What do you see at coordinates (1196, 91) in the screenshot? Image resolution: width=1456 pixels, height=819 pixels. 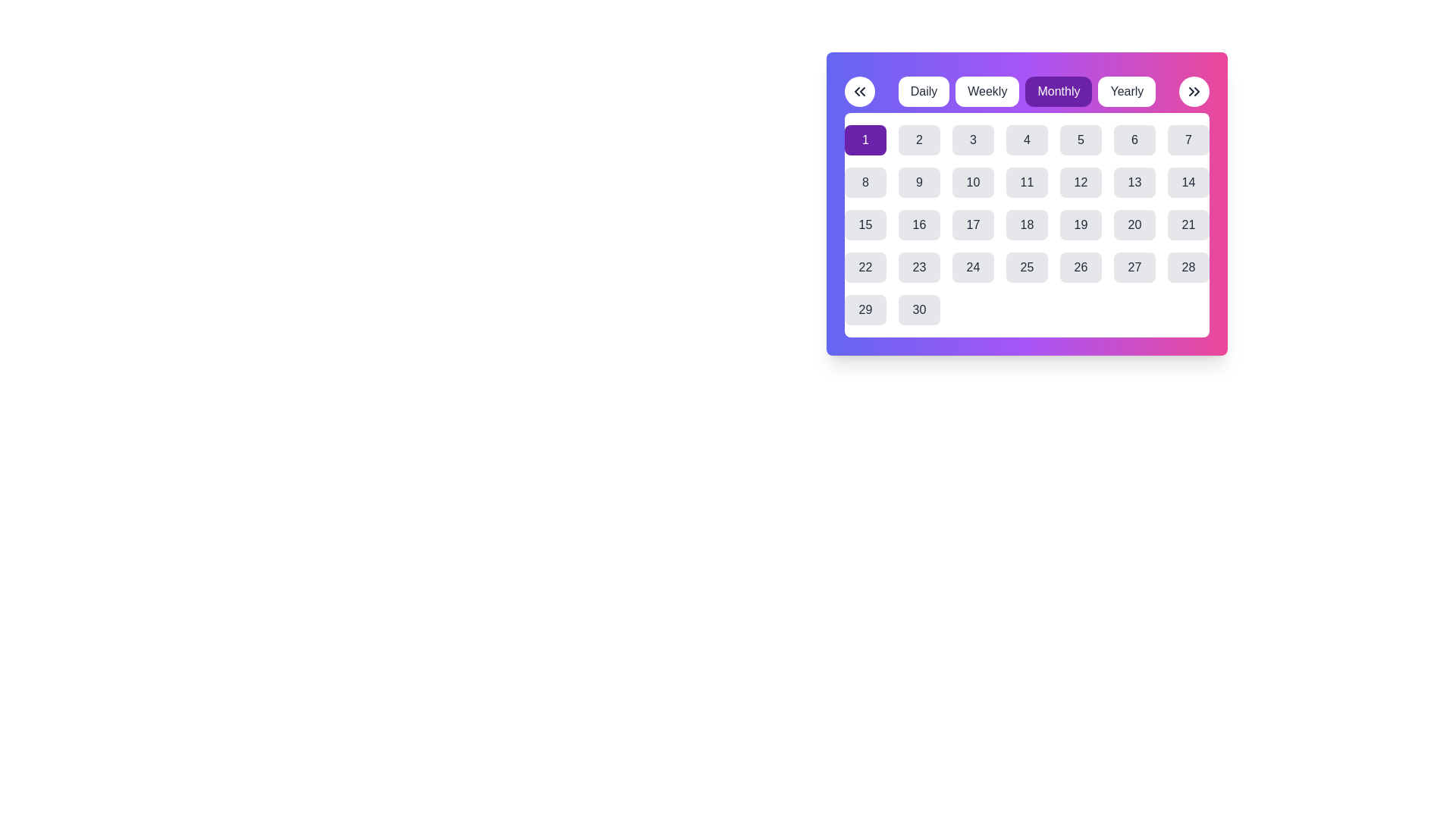 I see `the rightward chevron arrow icon, which is the second arrow in a pair of chevron arrows, located inside the last circular button on the top-right corner of the calendar component` at bounding box center [1196, 91].